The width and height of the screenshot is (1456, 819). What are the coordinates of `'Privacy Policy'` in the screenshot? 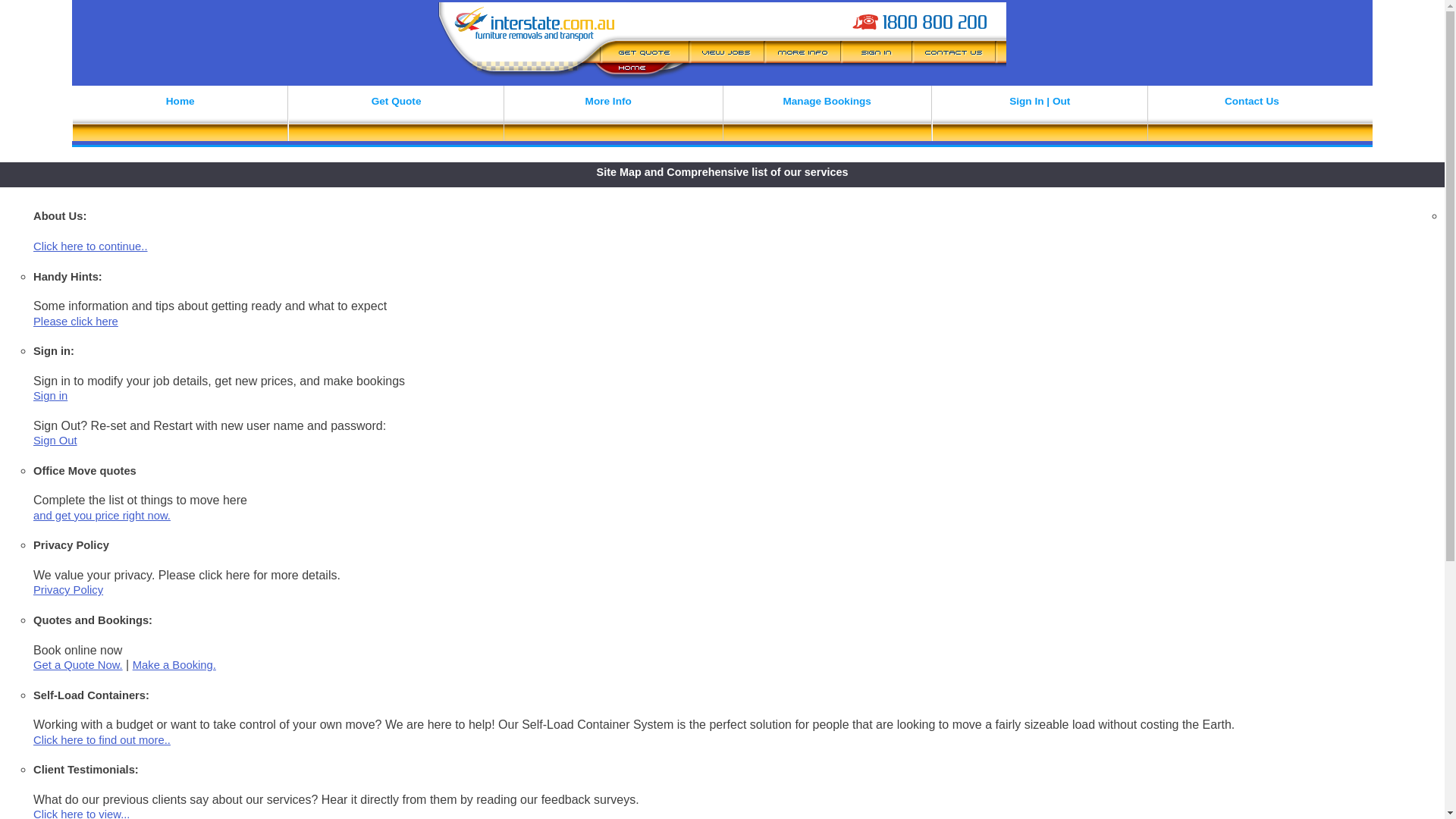 It's located at (67, 589).